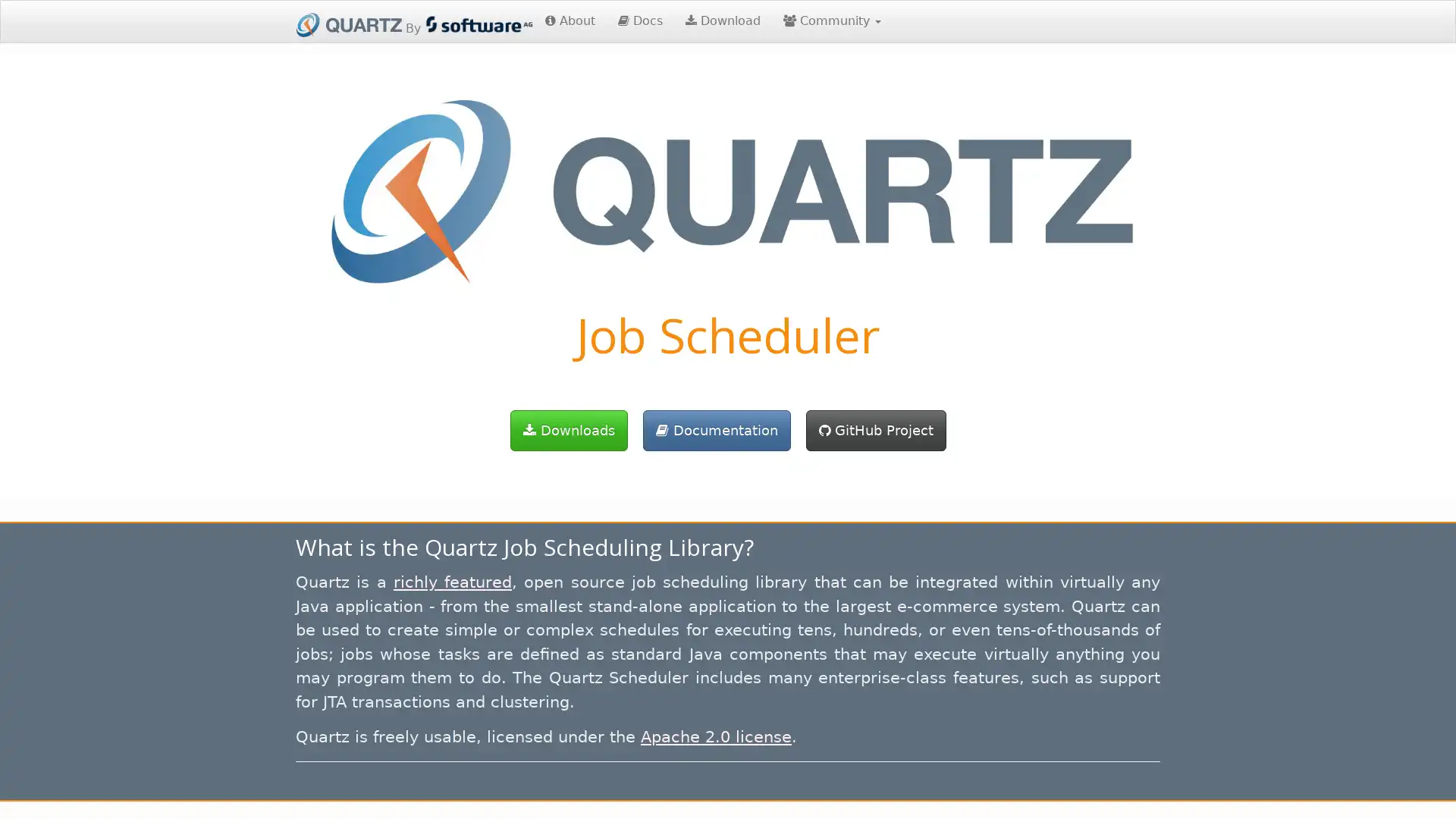  What do you see at coordinates (567, 430) in the screenshot?
I see `Downloads` at bounding box center [567, 430].